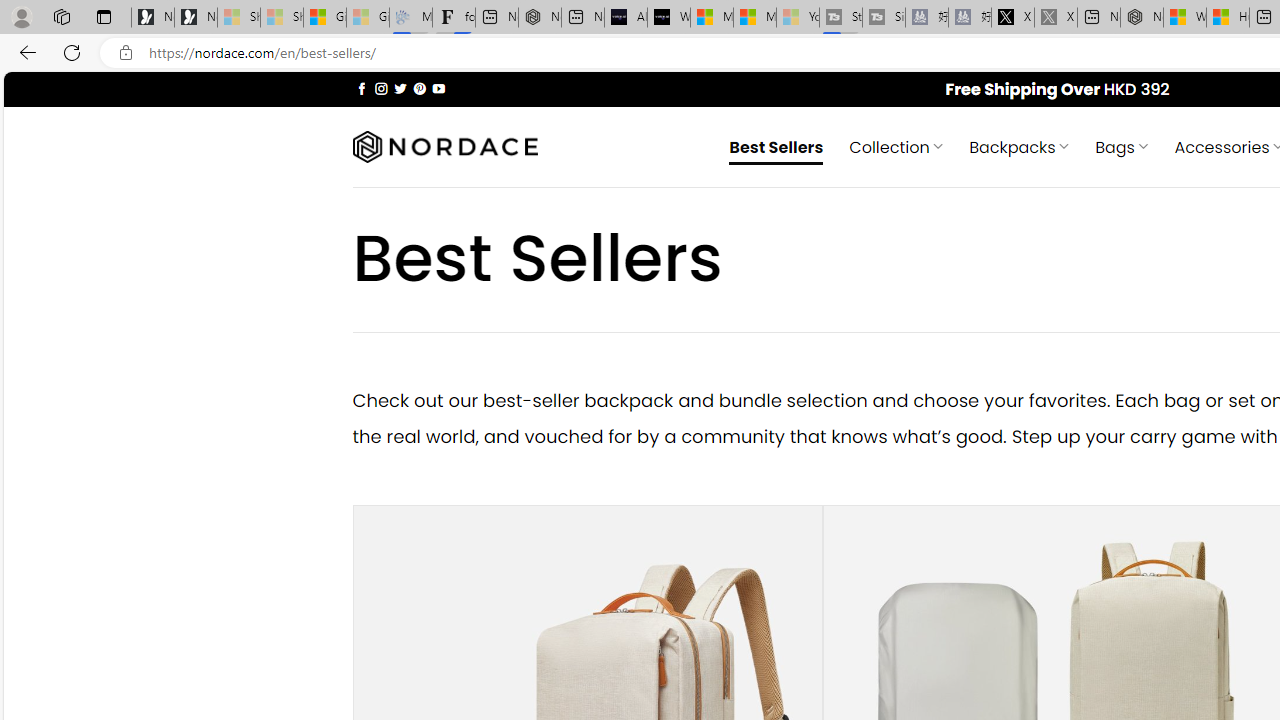 This screenshot has width=1280, height=720. Describe the element at coordinates (624, 17) in the screenshot. I see `'AI Voice Changer for PC and Mac - Voice.ai'` at that location.